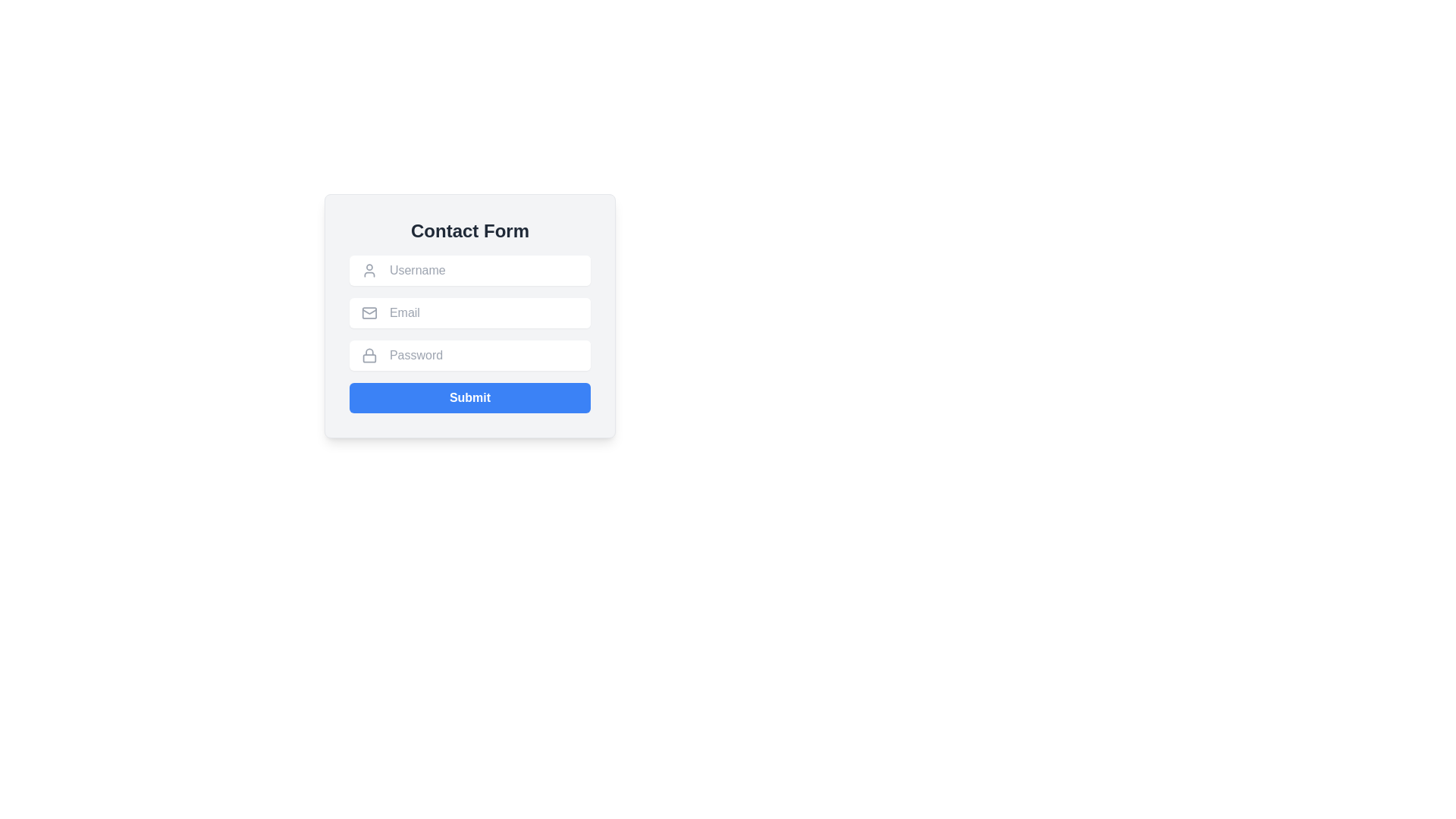  Describe the element at coordinates (483, 312) in the screenshot. I see `the Email input field to focus, which is located beneath the Username input field and above the Password input field in the form` at that location.